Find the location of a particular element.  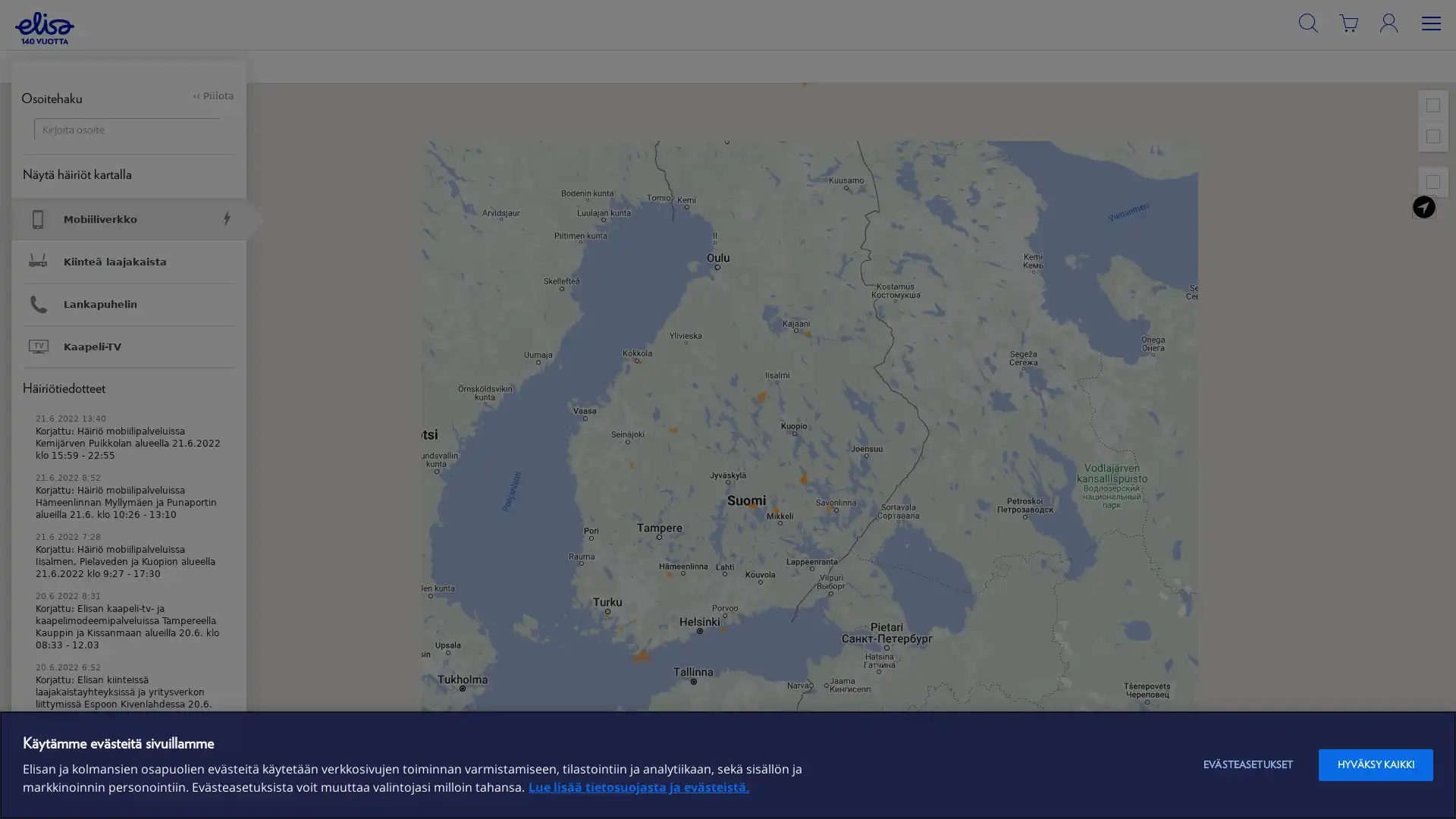

EVASTEASETUKSET is located at coordinates (1248, 765).